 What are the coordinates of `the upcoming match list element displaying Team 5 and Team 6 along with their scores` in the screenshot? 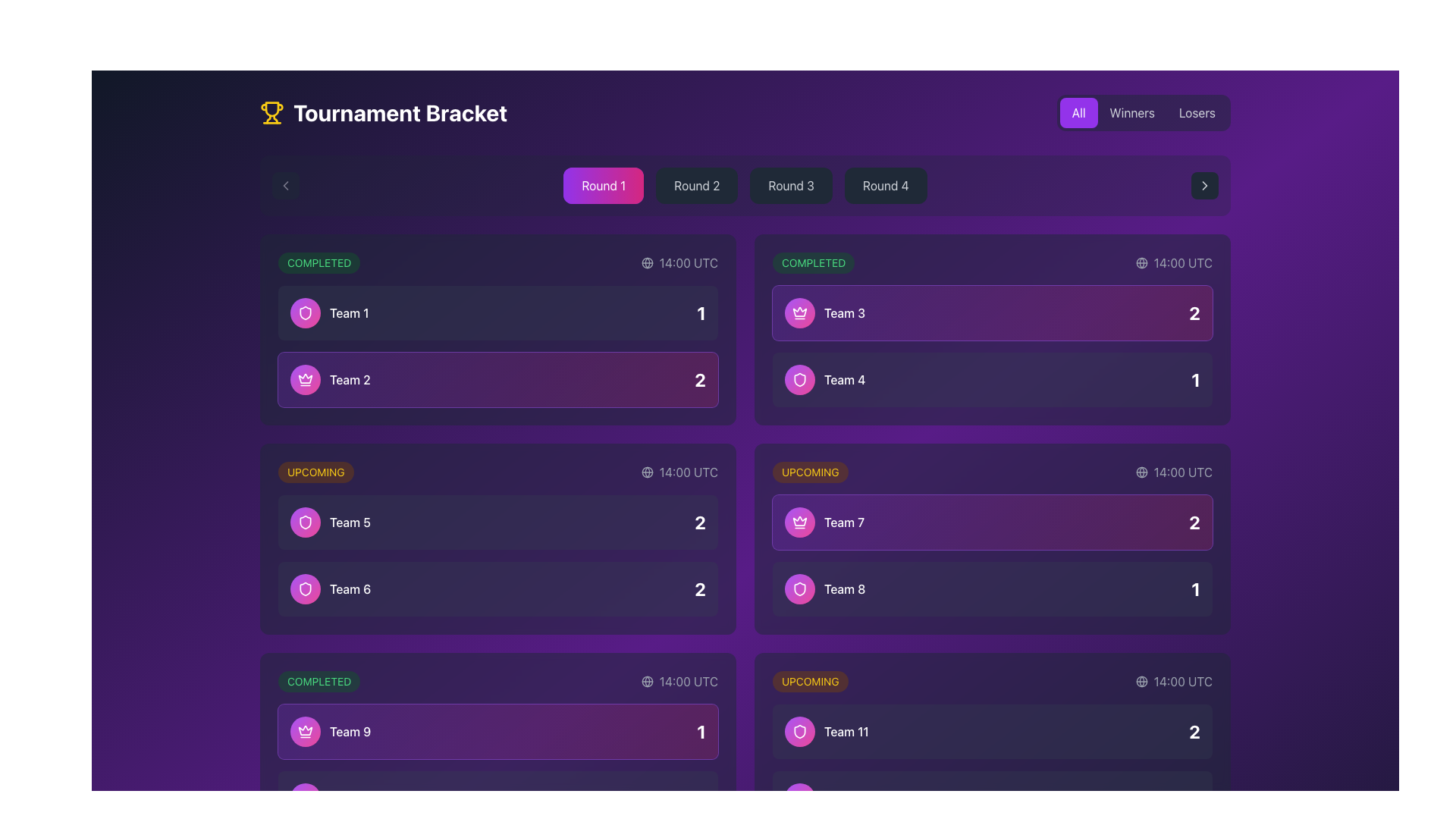 It's located at (498, 555).